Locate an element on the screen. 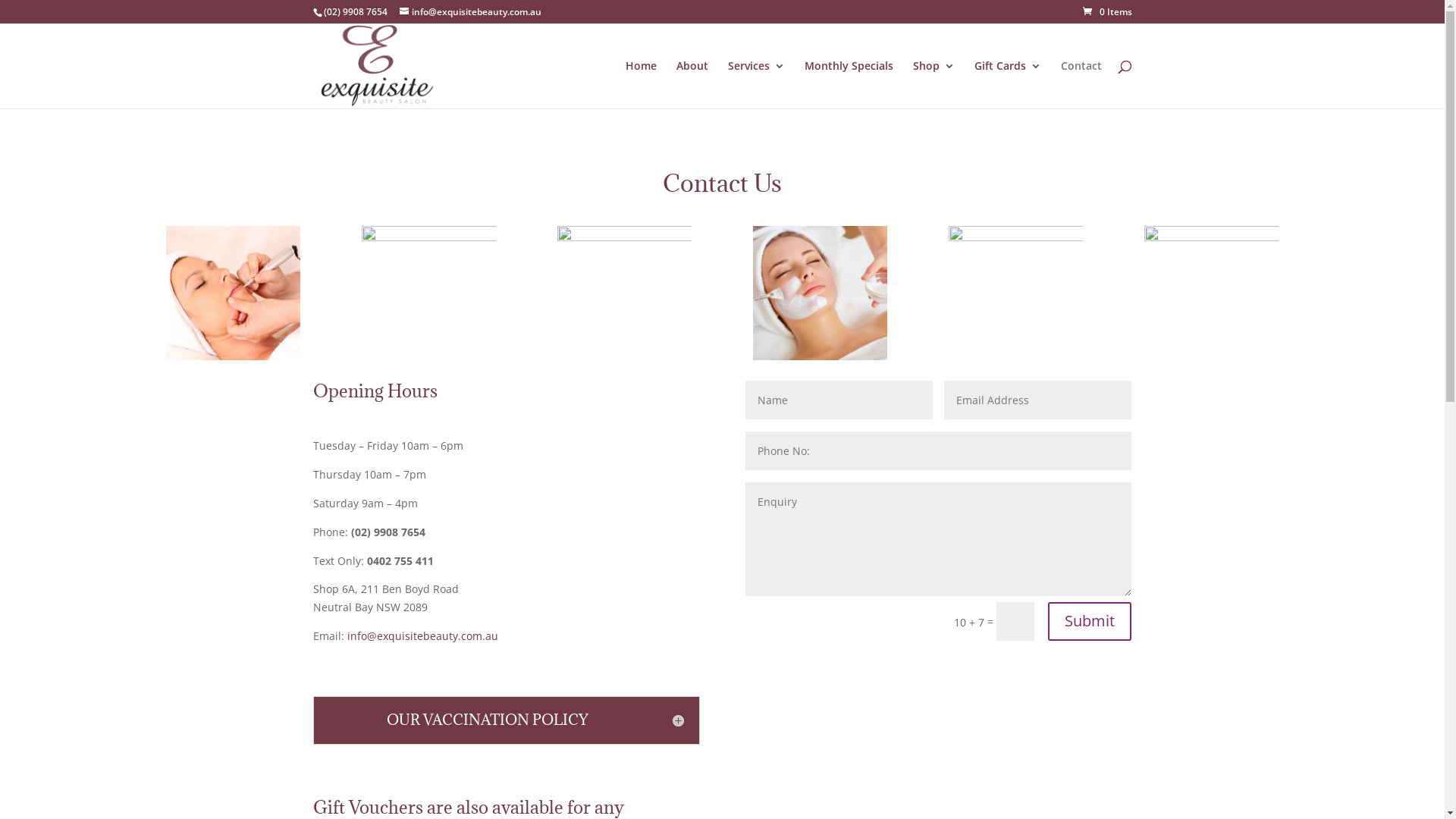 Image resolution: width=1456 pixels, height=819 pixels. 'Home' is located at coordinates (640, 84).